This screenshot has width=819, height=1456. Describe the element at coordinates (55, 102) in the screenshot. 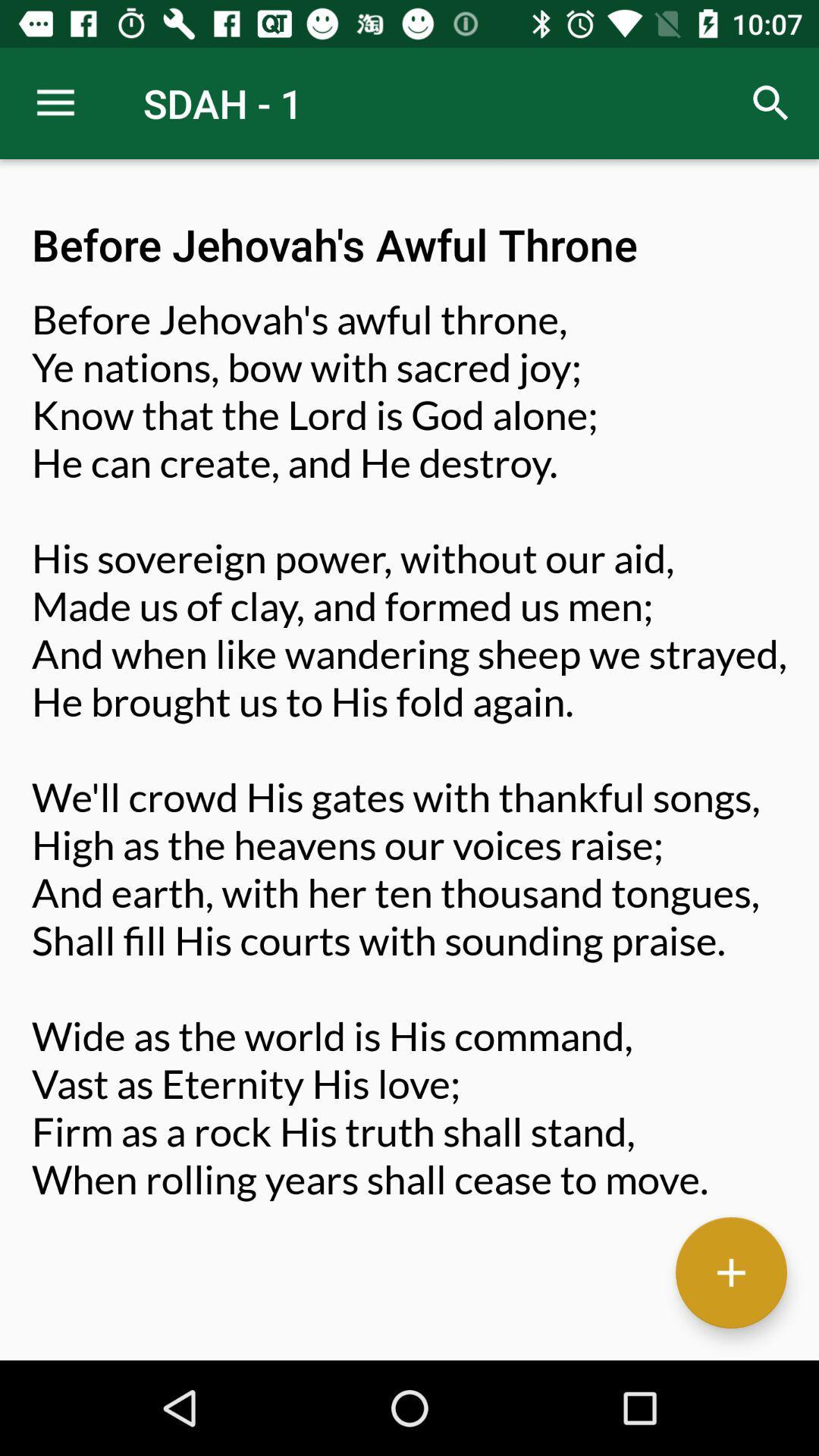

I see `the item to the left of the sdah - 1 item` at that location.